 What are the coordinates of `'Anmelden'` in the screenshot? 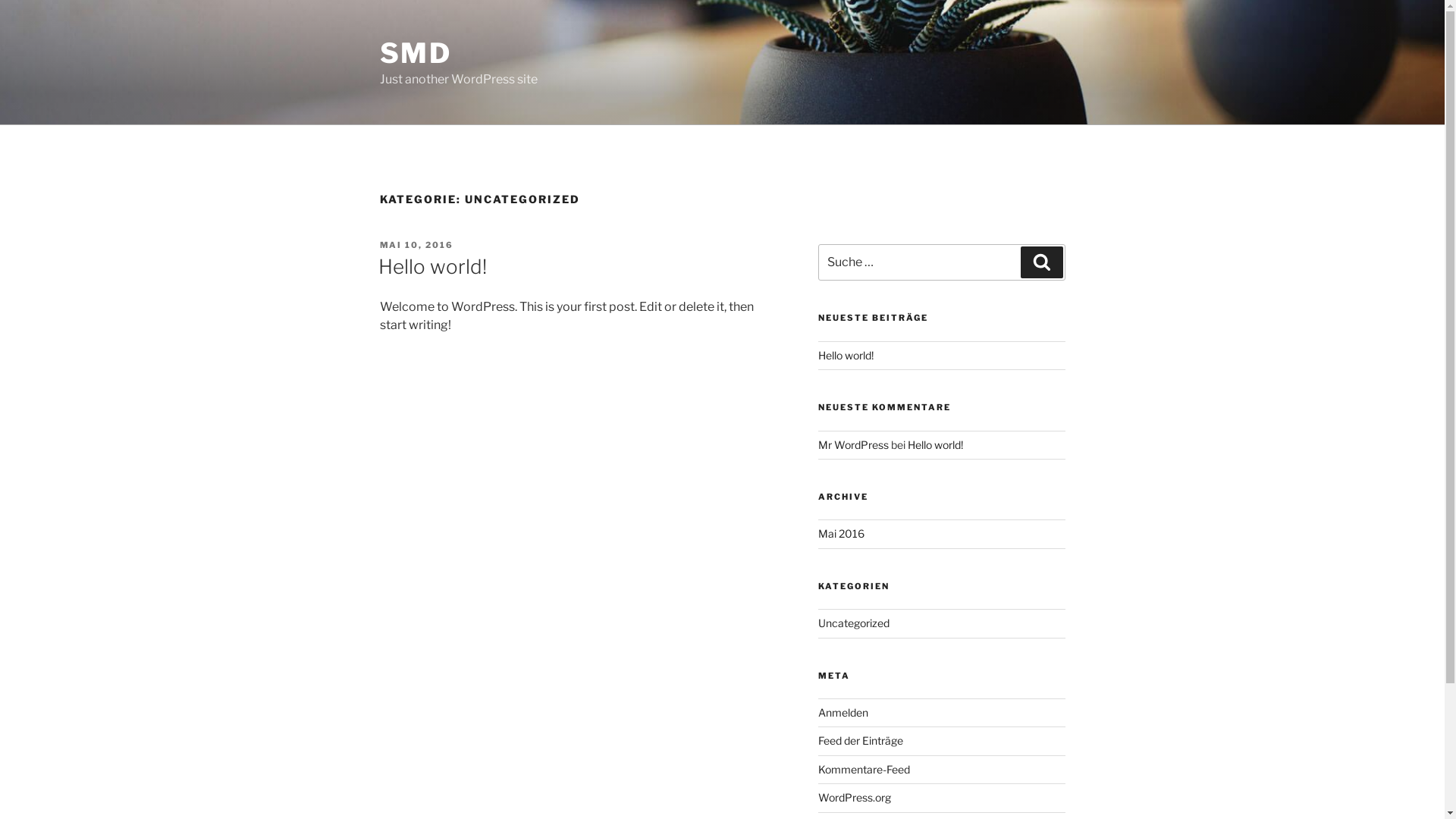 It's located at (843, 712).